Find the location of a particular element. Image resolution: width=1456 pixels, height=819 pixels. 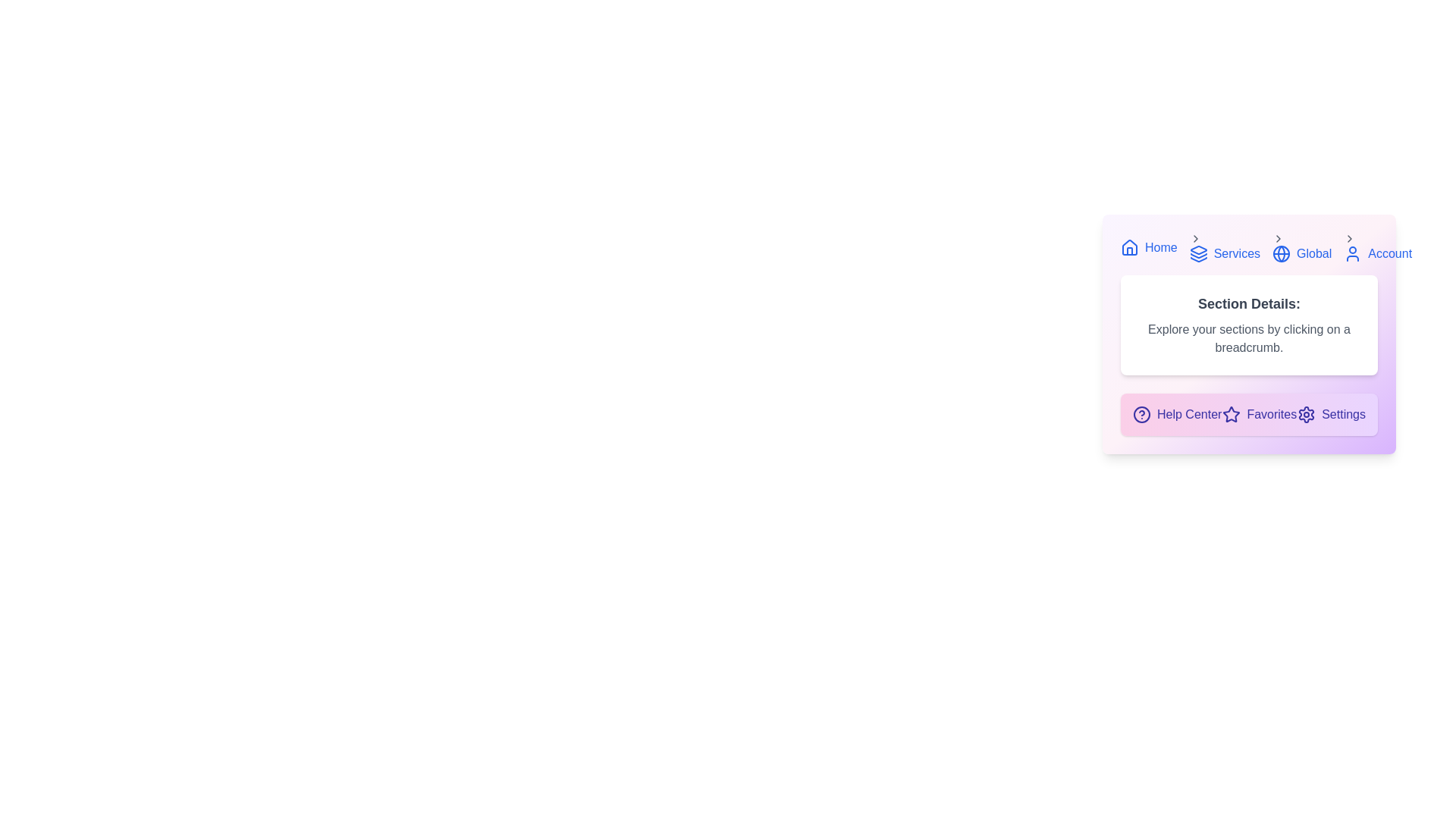

the 'Settings' button, which features a gear icon and indigo text that changes to purple on hover, located at the bottom-right area of the card interface is located at coordinates (1331, 415).